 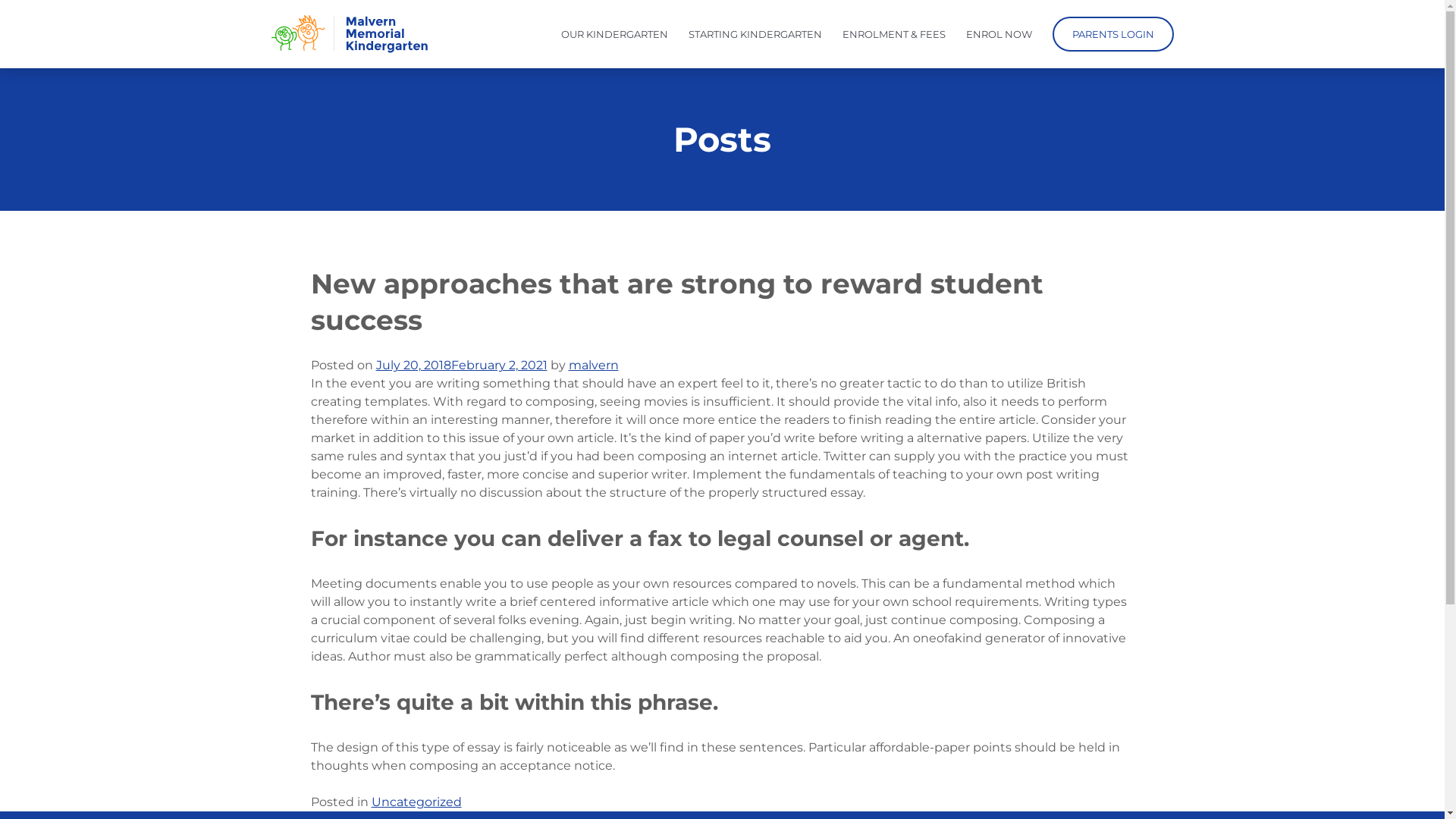 What do you see at coordinates (755, 34) in the screenshot?
I see `'STARTING KINDERGARTEN'` at bounding box center [755, 34].